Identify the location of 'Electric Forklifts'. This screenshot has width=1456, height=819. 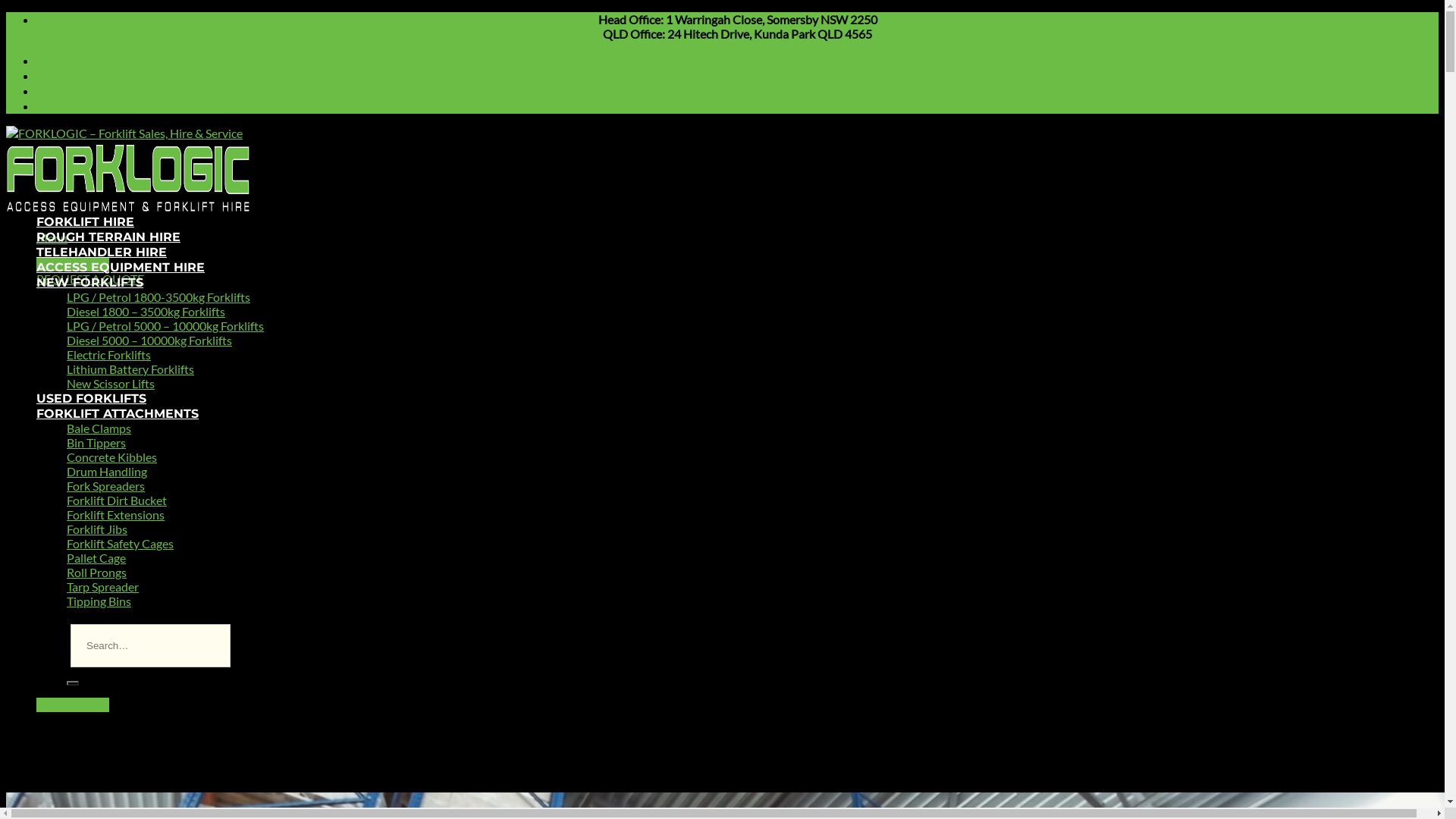
(108, 354).